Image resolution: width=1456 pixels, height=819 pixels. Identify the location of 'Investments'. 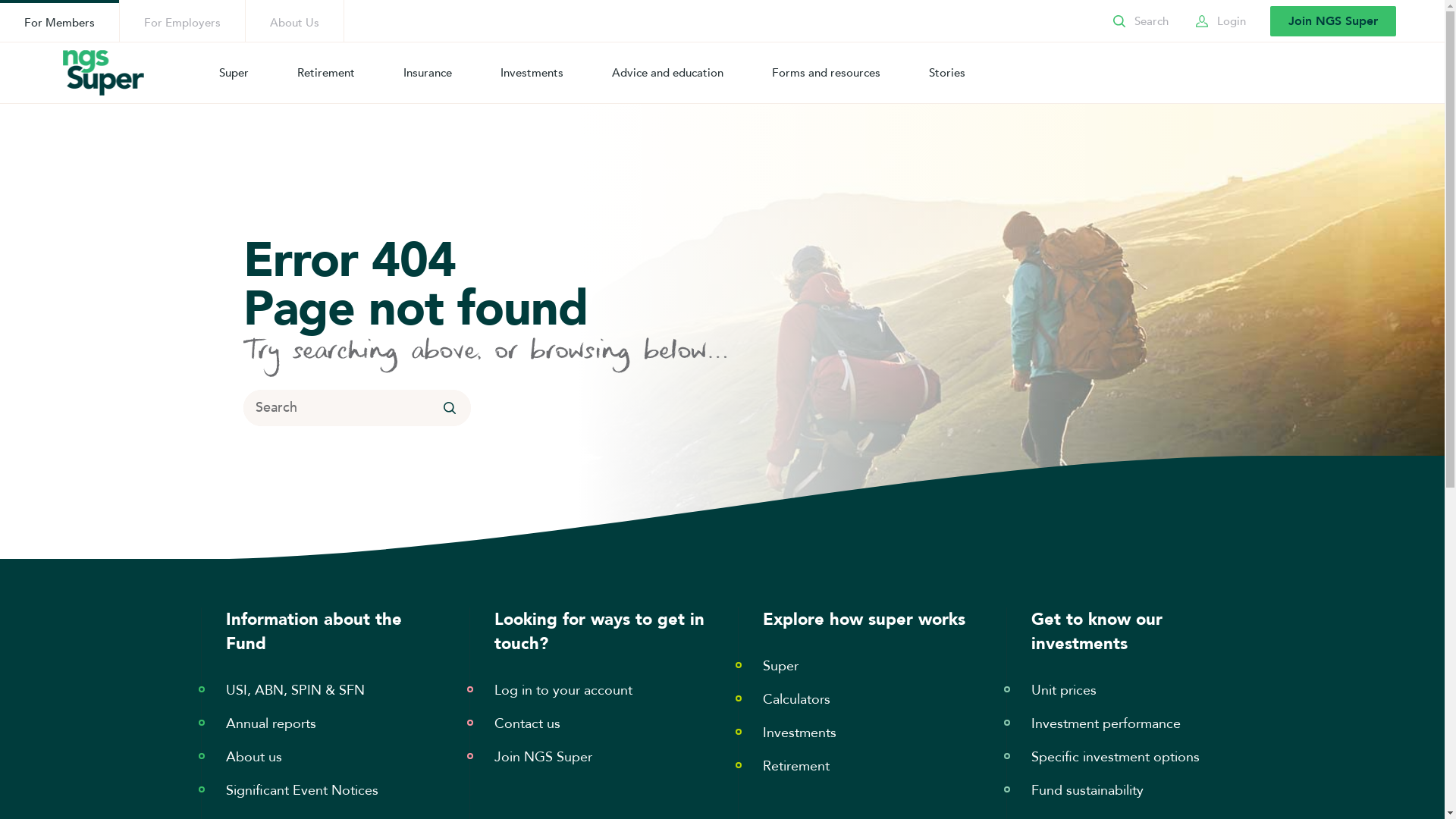
(475, 73).